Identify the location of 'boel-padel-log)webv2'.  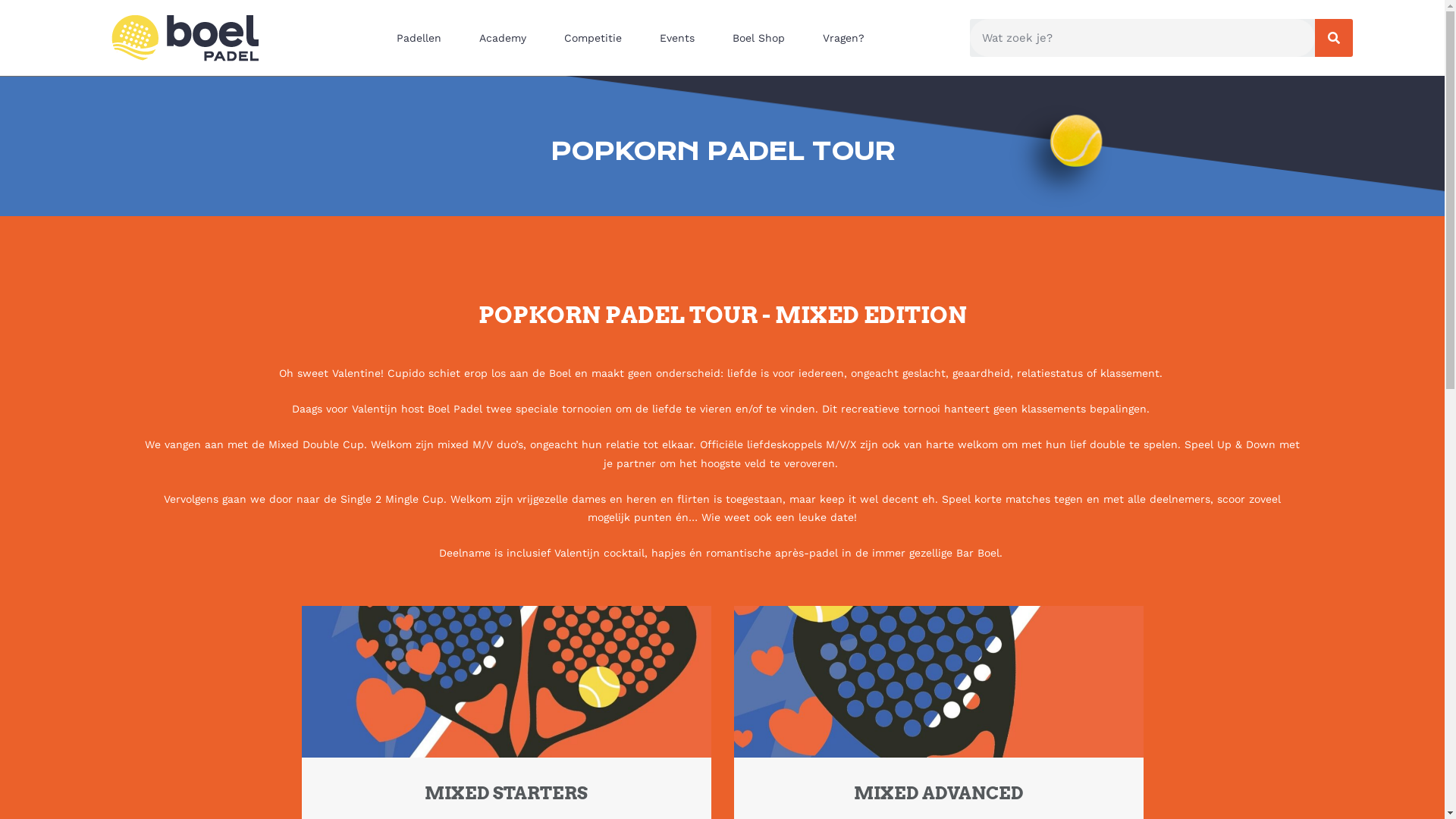
(184, 37).